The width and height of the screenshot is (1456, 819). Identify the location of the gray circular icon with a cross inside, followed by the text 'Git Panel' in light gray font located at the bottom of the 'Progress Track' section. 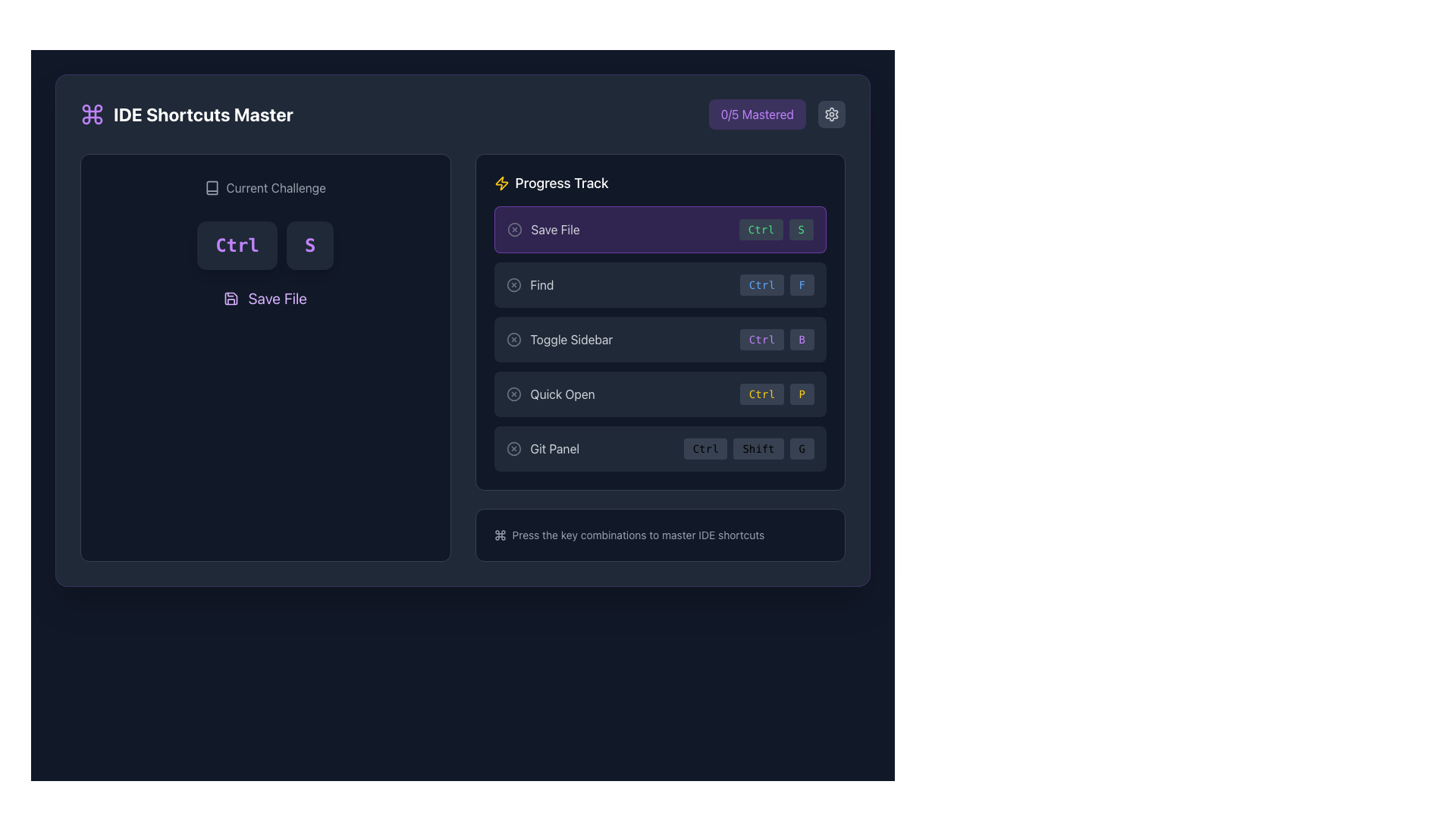
(542, 447).